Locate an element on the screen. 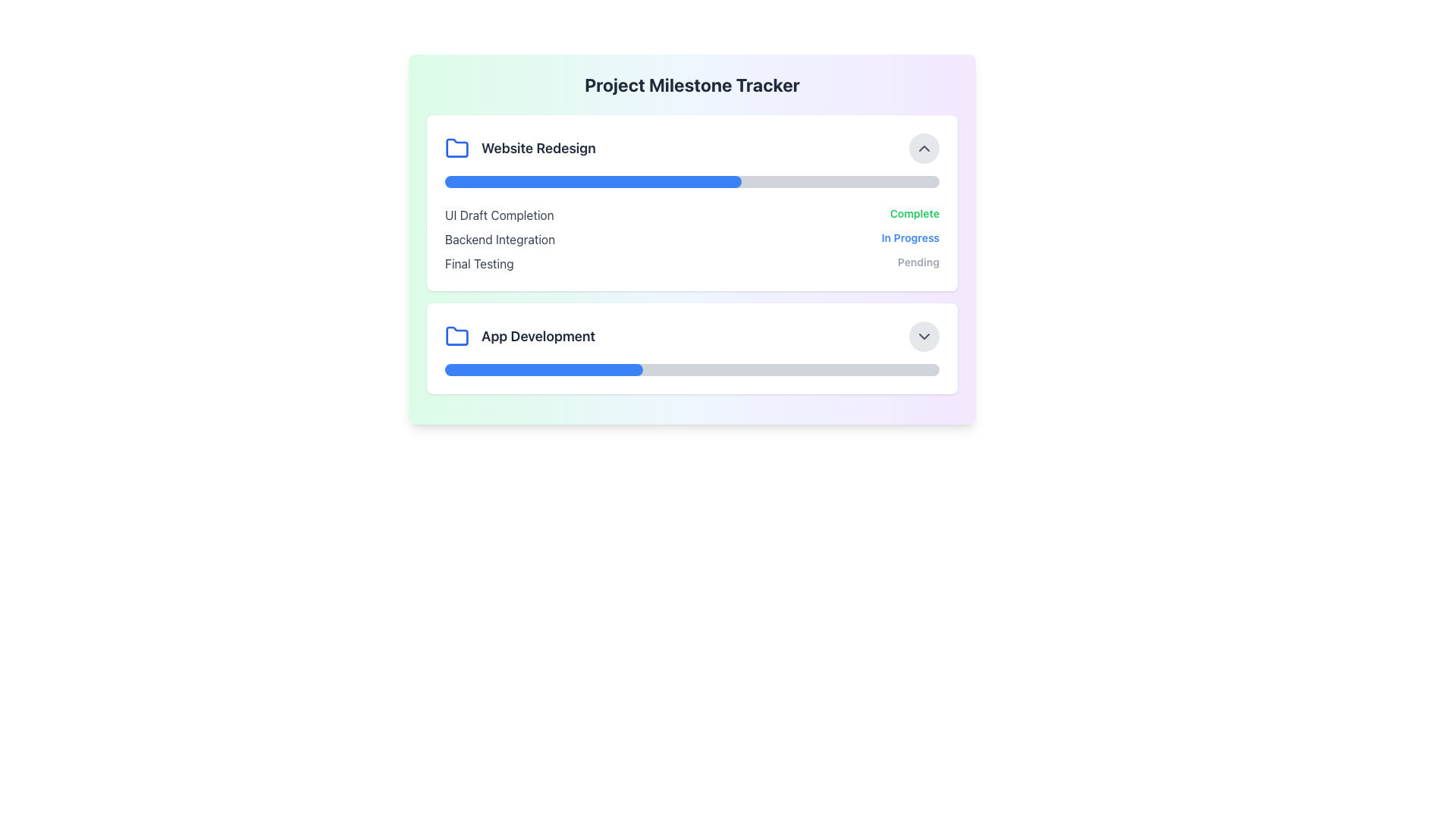 This screenshot has height=819, width=1456. the progress bar is located at coordinates (657, 180).